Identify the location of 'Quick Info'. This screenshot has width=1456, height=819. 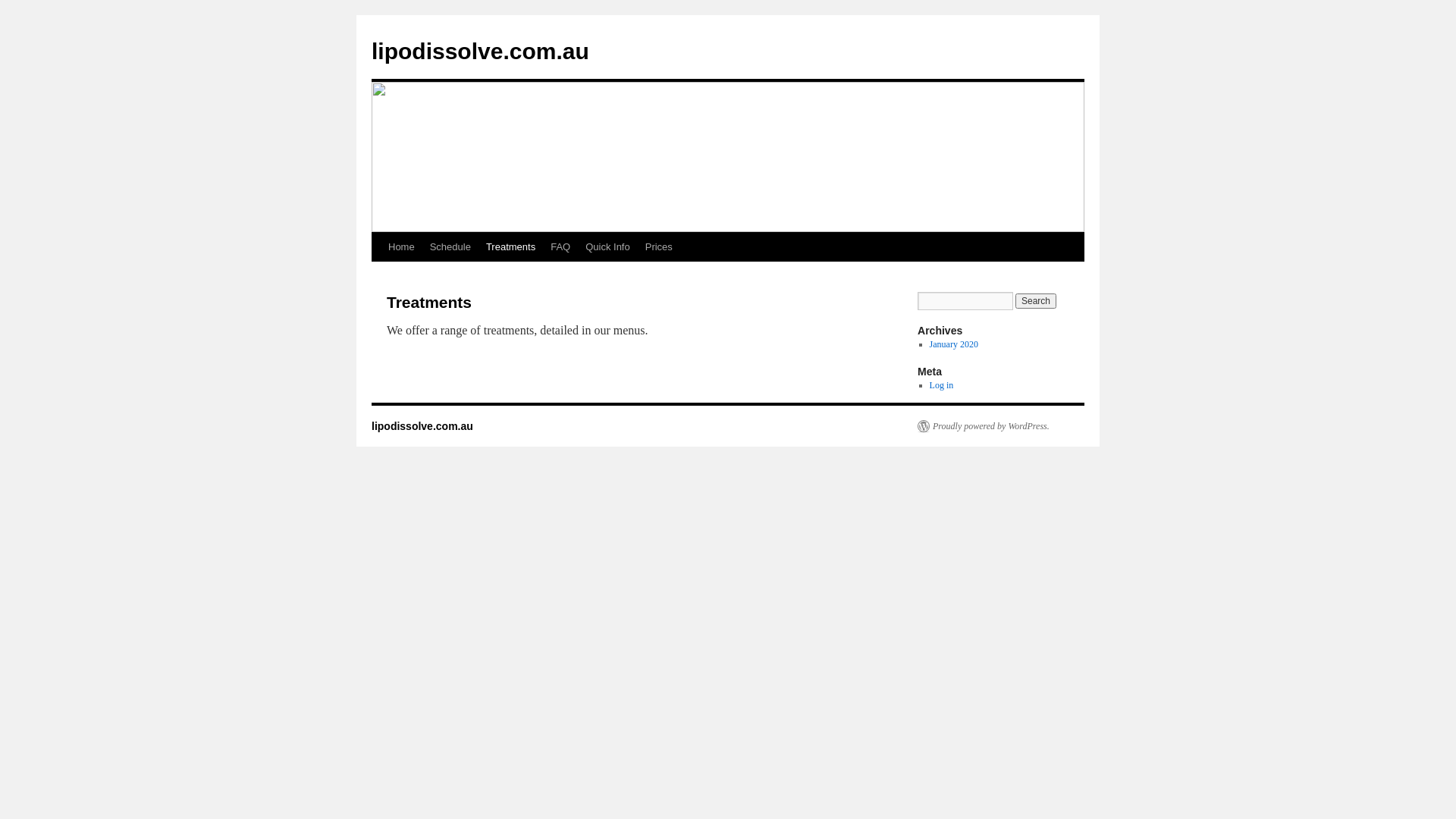
(607, 246).